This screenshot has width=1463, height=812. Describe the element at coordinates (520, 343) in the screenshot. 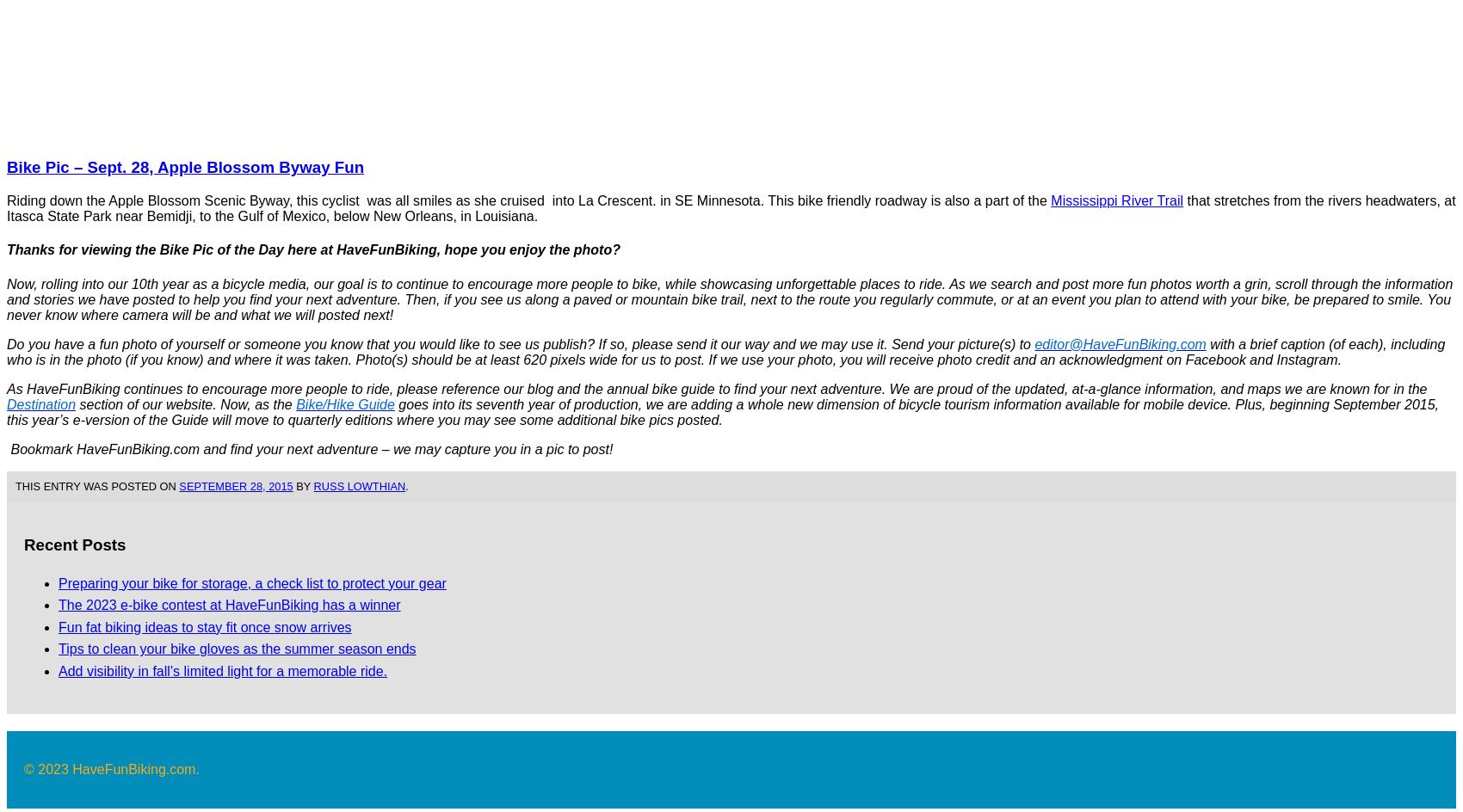

I see `'Do you have a fun photo of yourself or someone you know that you would like to see us publish? If so, please send it our way and we may use it. Send your picture(s) to'` at that location.